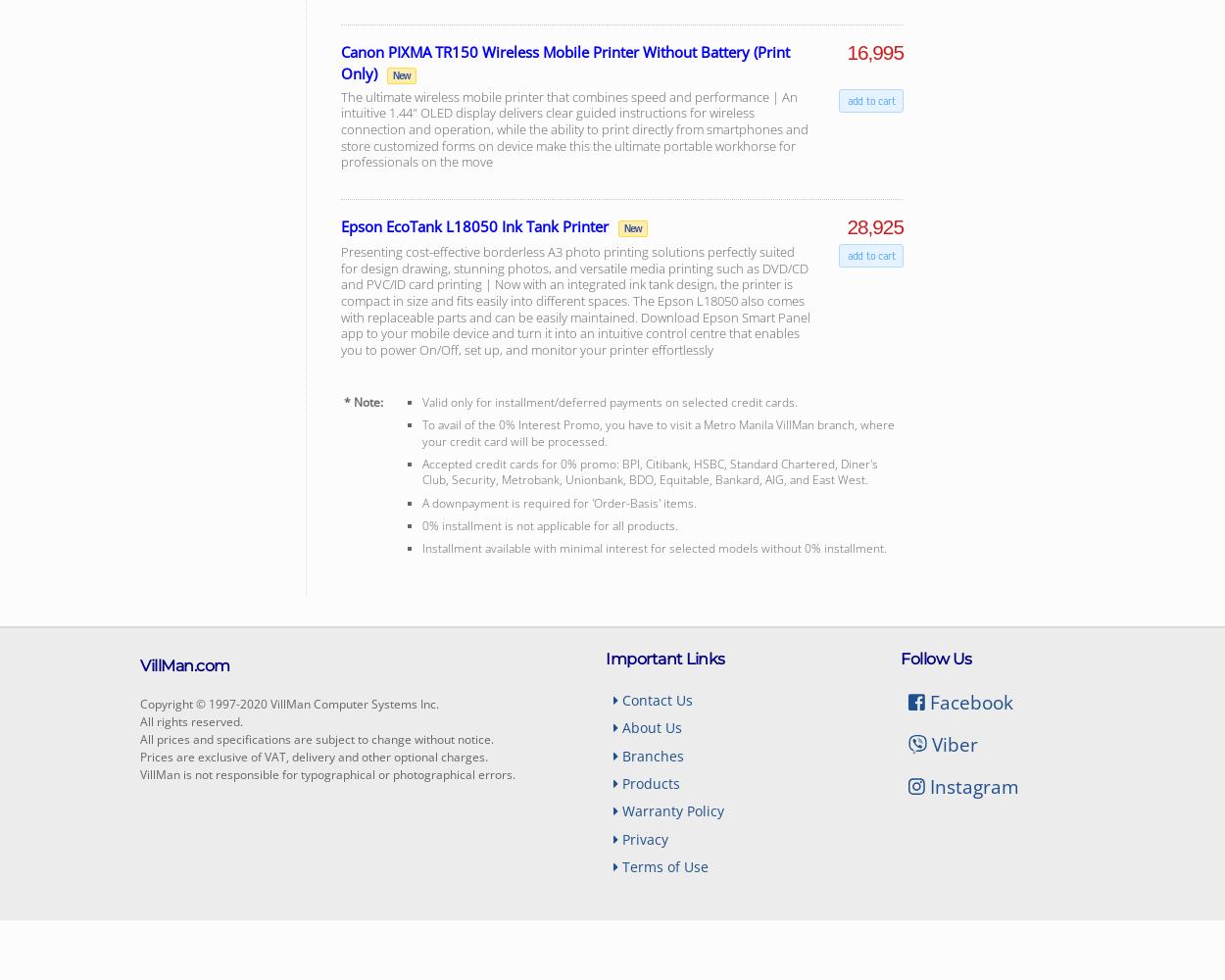 The image size is (1225, 980). I want to click on 'Facebook', so click(967, 700).